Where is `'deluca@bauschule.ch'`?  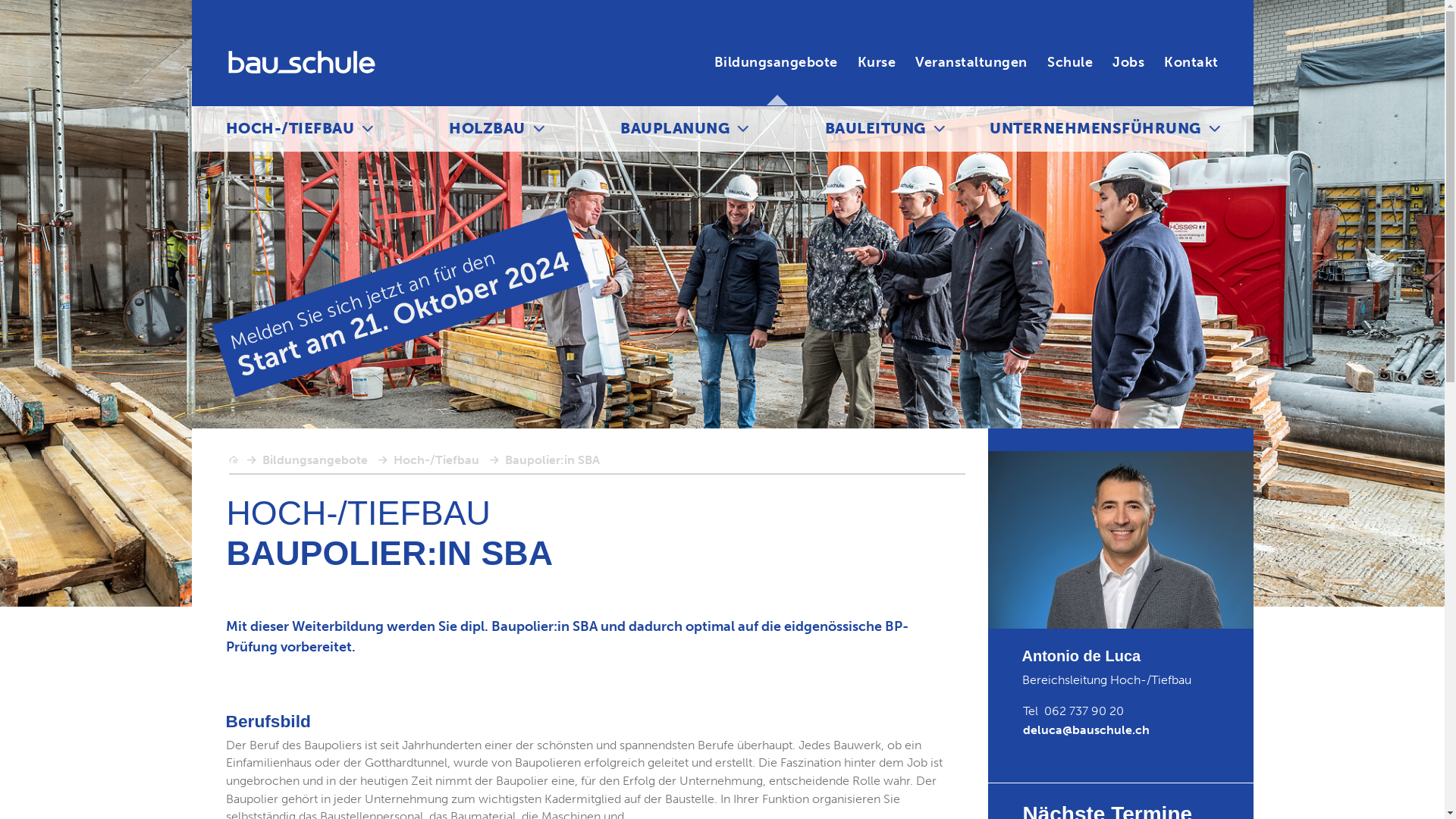
'deluca@bauschule.ch' is located at coordinates (1084, 729).